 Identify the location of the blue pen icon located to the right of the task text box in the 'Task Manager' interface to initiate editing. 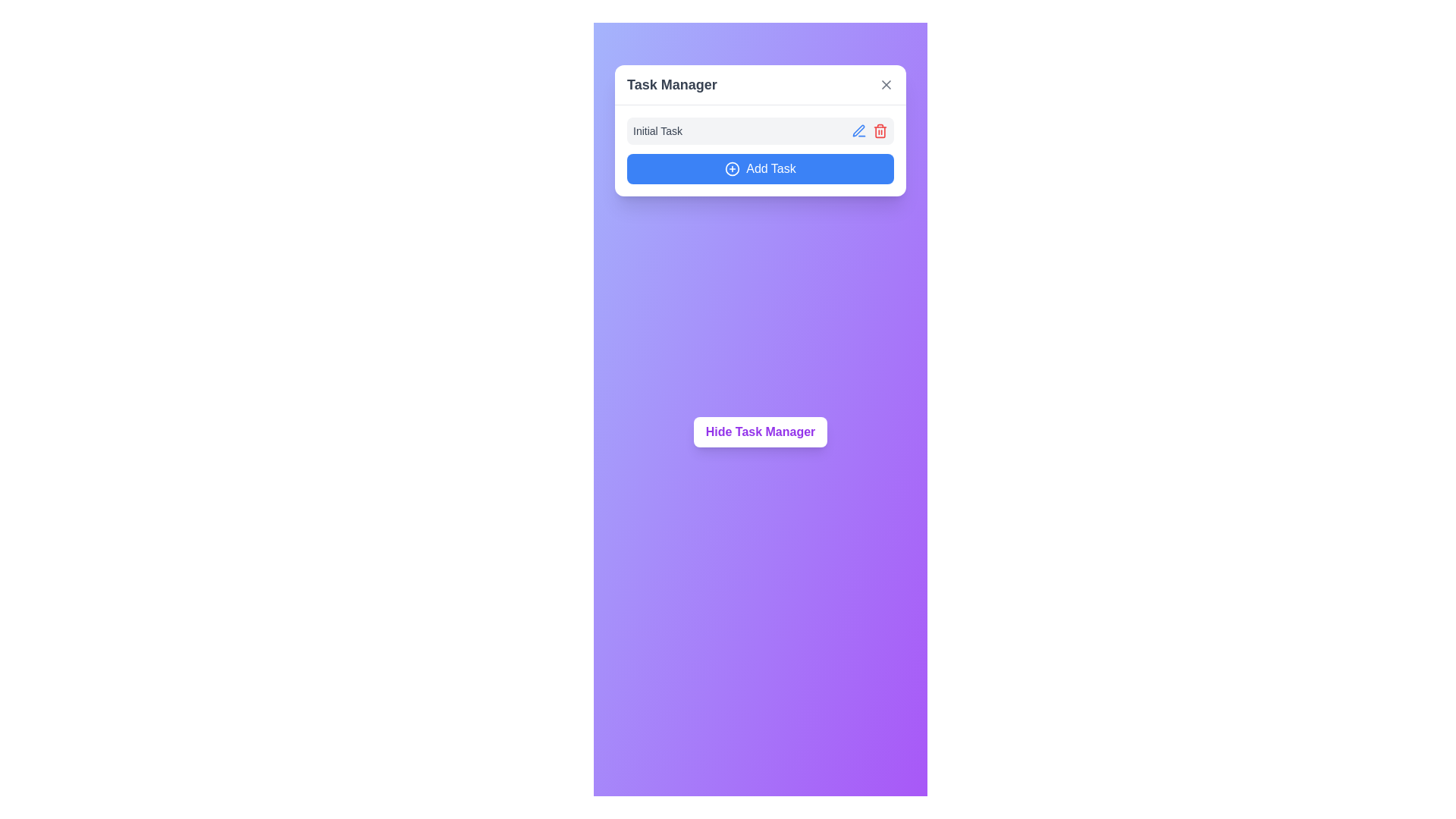
(858, 130).